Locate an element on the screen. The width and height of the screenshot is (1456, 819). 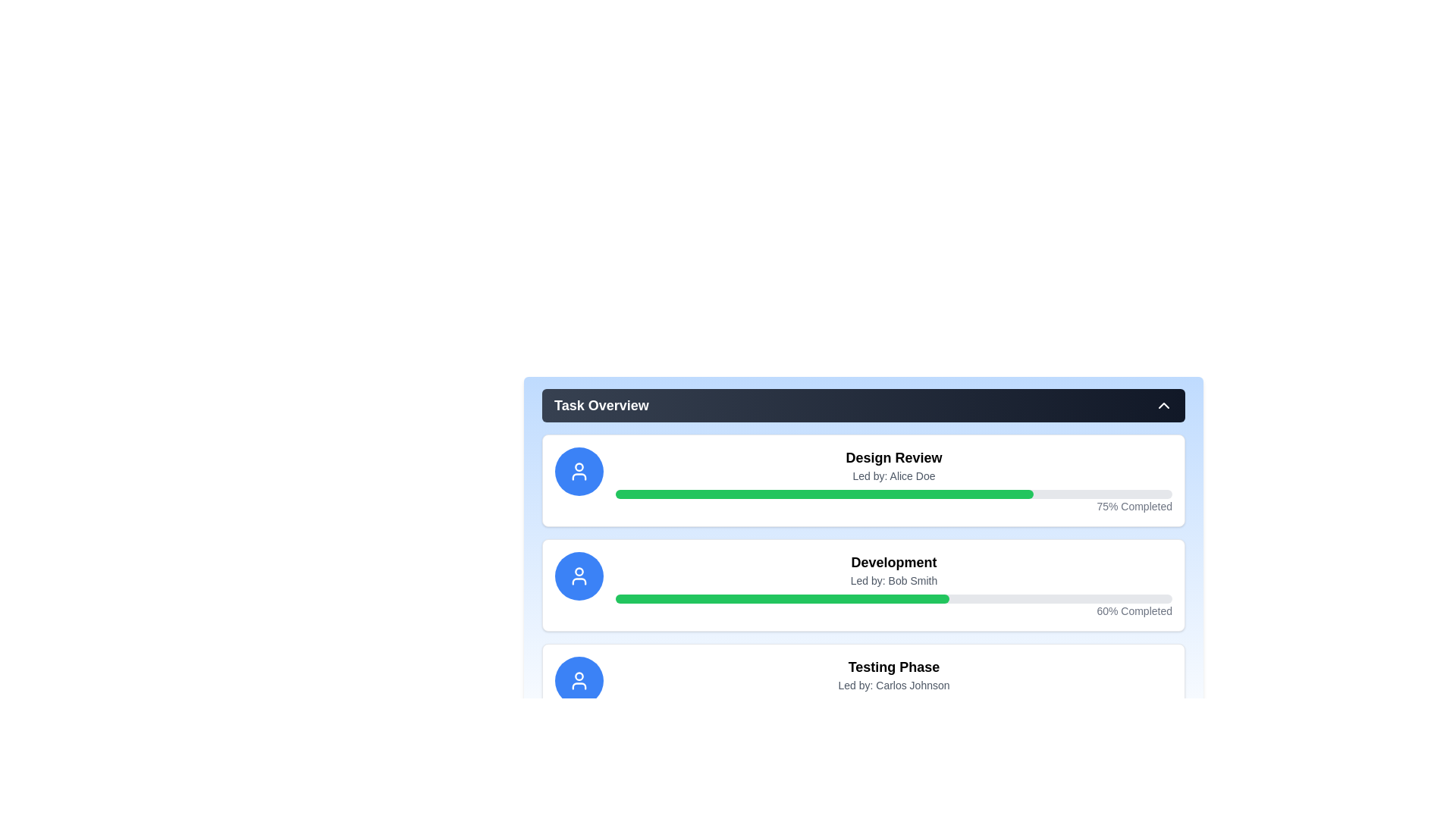
icon located at the top-left part of the project details card, which indicates the user or user-related entity for the task labeled 'Development' is located at coordinates (578, 576).